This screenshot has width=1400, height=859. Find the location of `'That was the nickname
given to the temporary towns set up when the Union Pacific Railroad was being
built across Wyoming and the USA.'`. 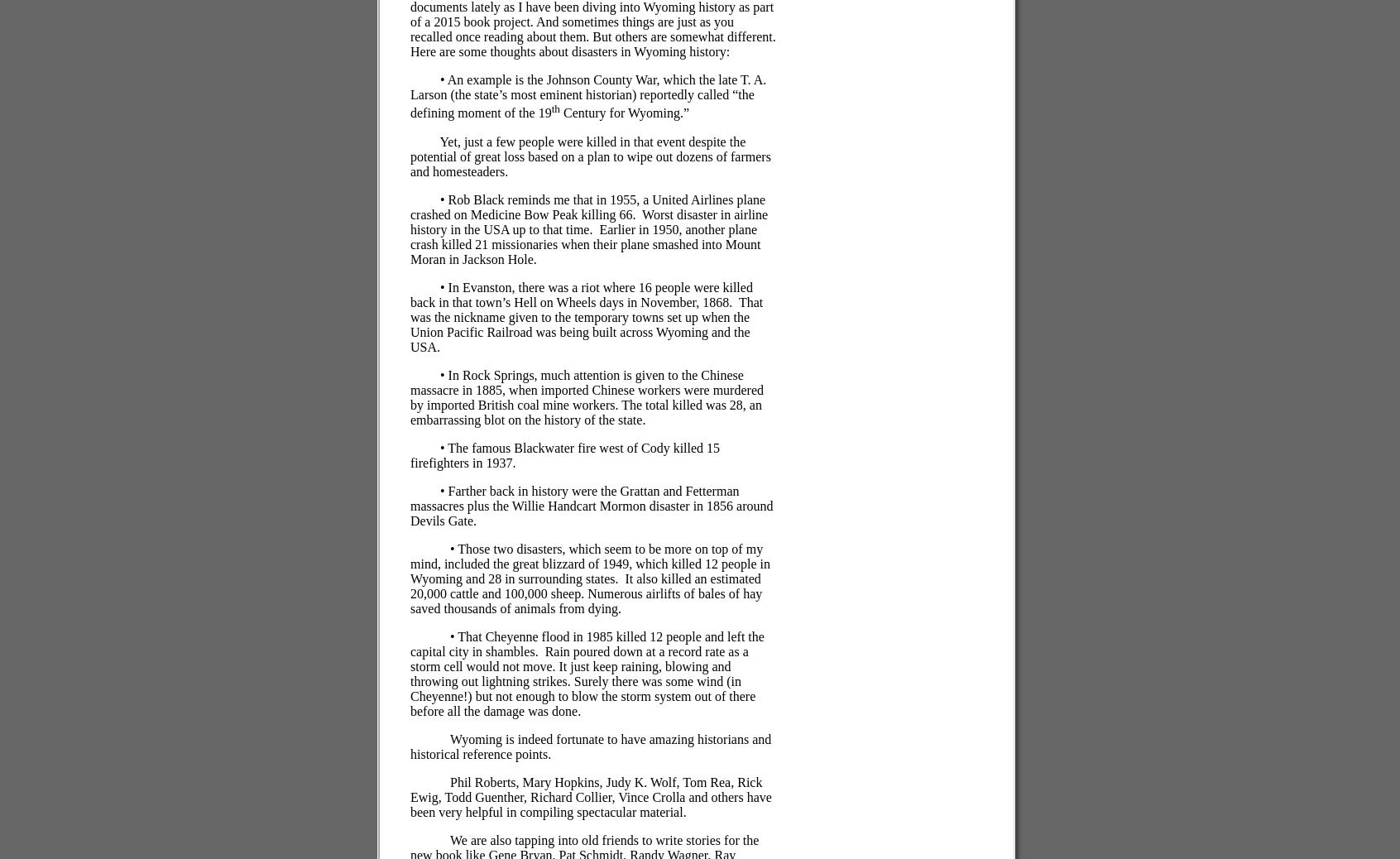

'That was the nickname
given to the temporary towns set up when the Union Pacific Railroad was being
built across Wyoming and the USA.' is located at coordinates (585, 324).